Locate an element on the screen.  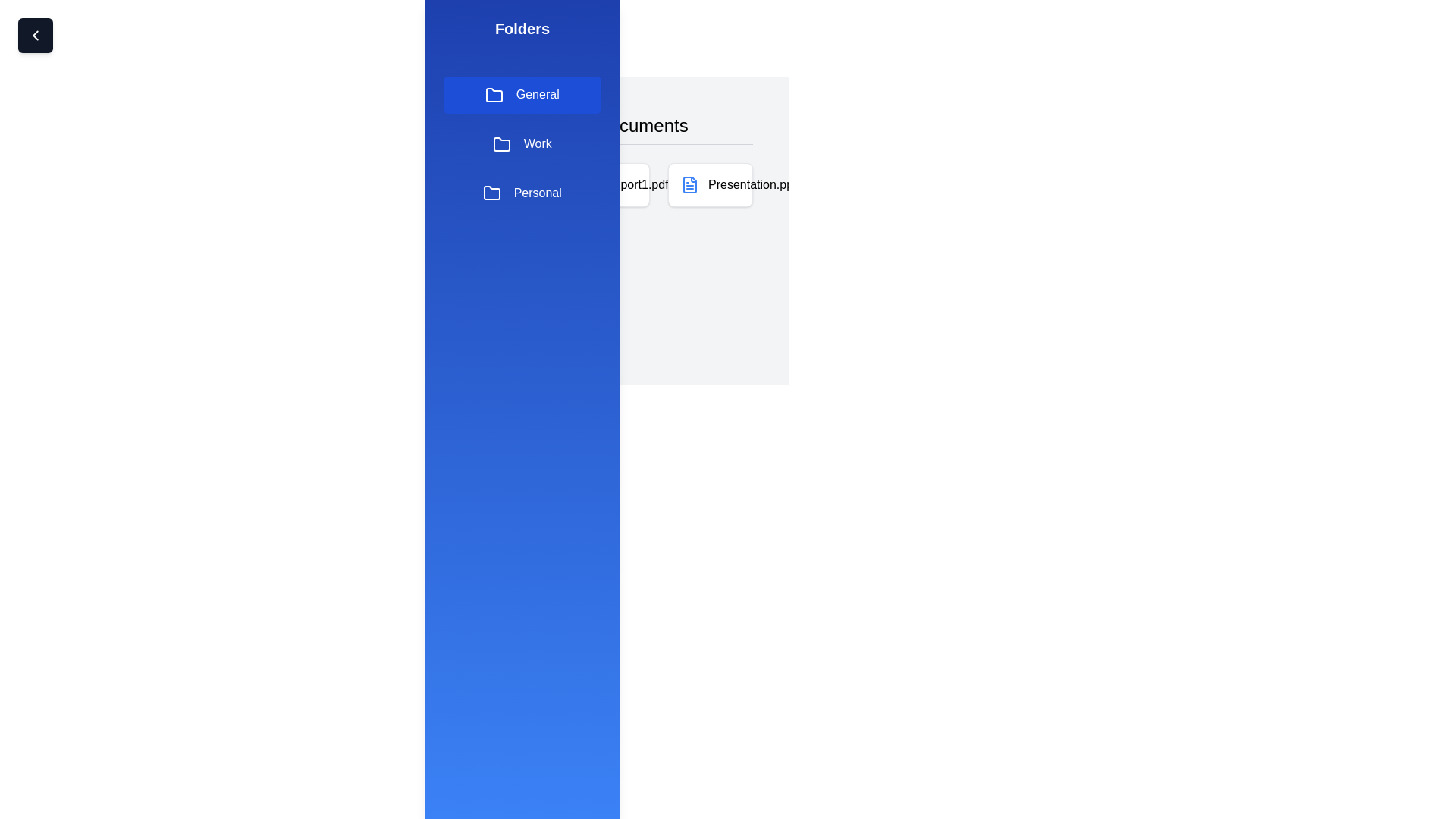
the square button with a dark gray background and a white left-pointing chevron icon in the center is located at coordinates (36, 34).